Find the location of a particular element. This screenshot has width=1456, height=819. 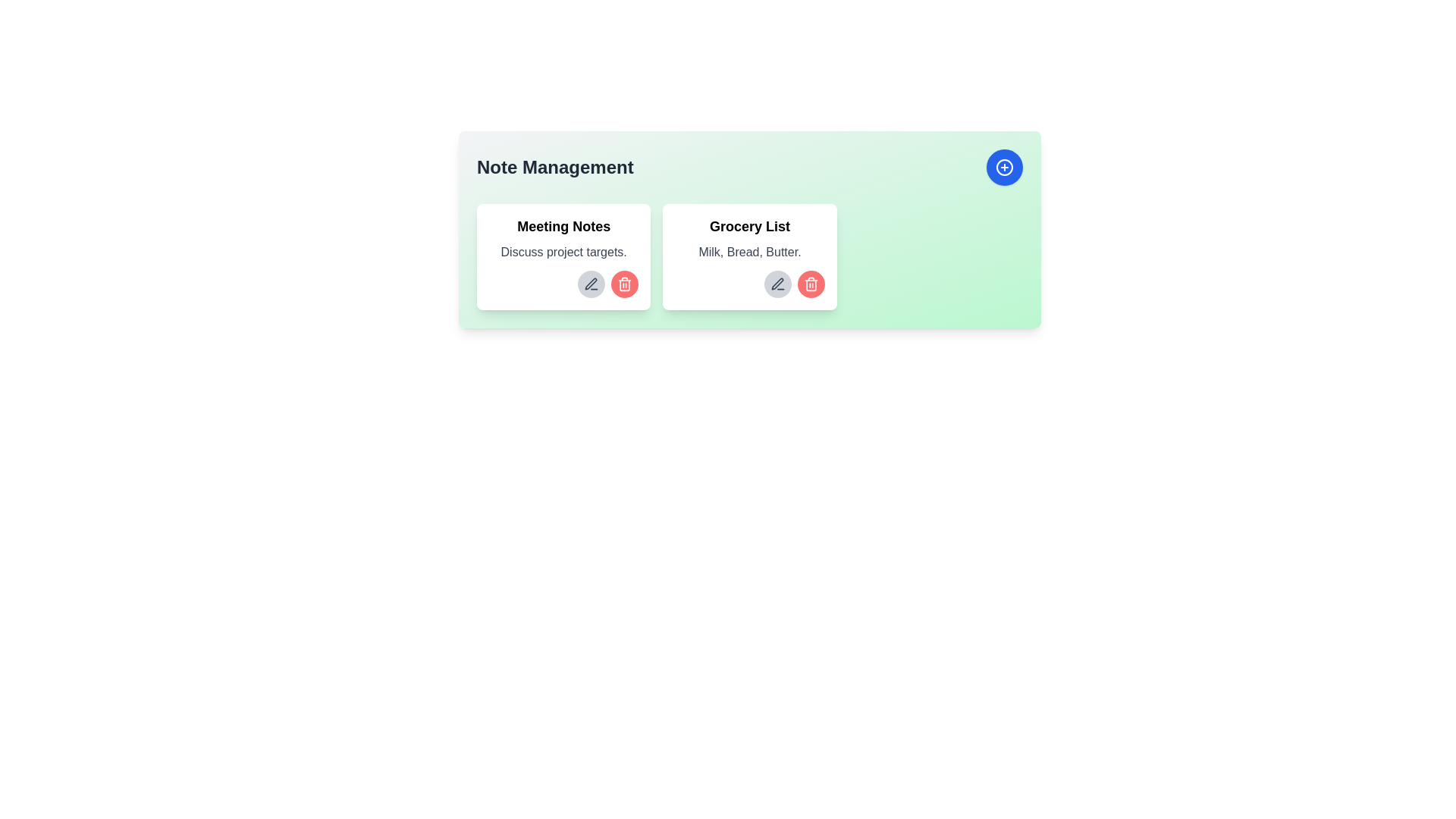

the circular outline icon located in the top-right corner of the green rectangular section containing 'Meeting Notes' and 'Grocery List' is located at coordinates (1004, 167).